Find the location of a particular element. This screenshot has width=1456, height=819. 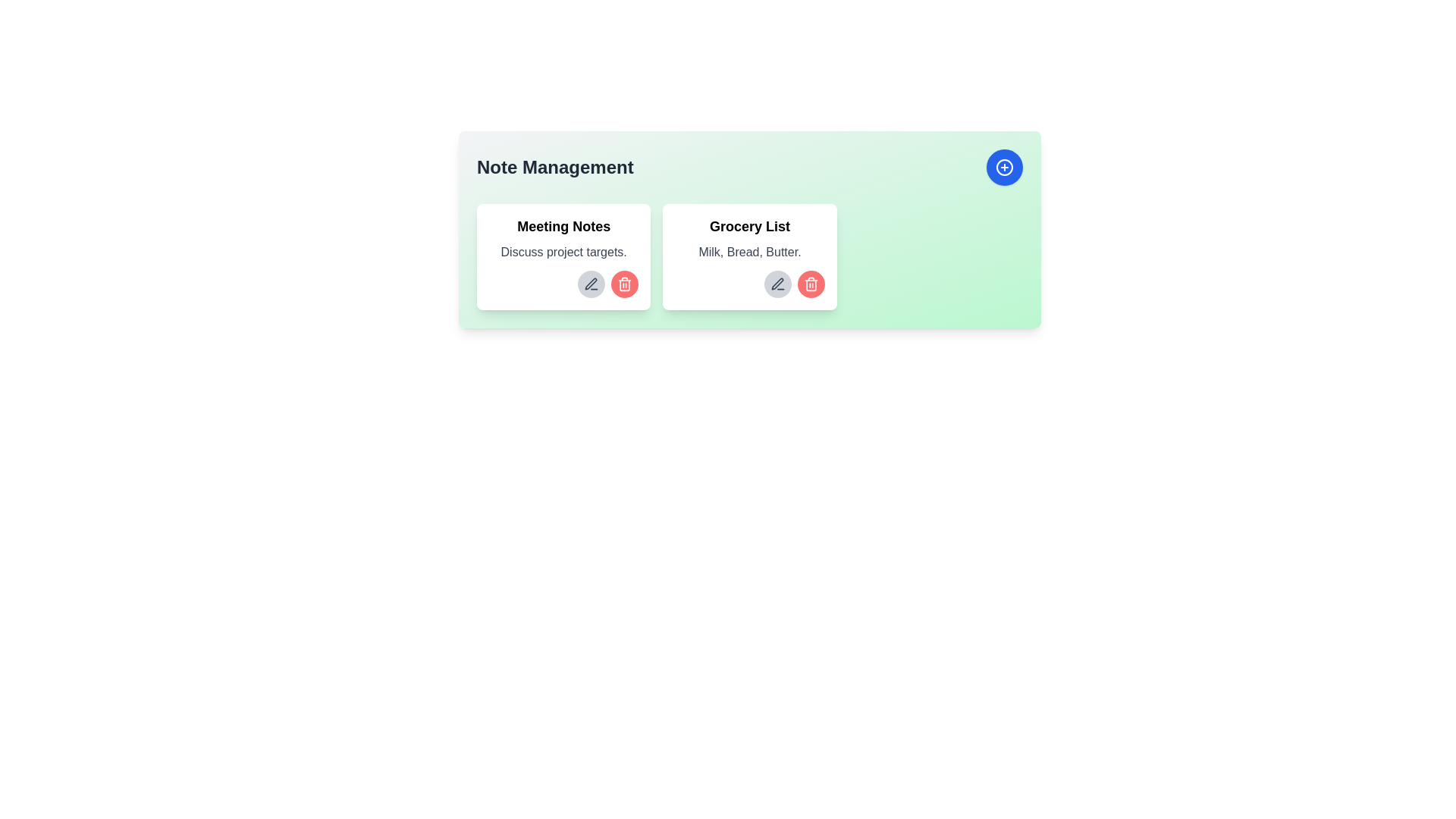

the circular outline icon located in the top-right corner of the green rectangular section containing 'Meeting Notes' and 'Grocery List' is located at coordinates (1004, 167).